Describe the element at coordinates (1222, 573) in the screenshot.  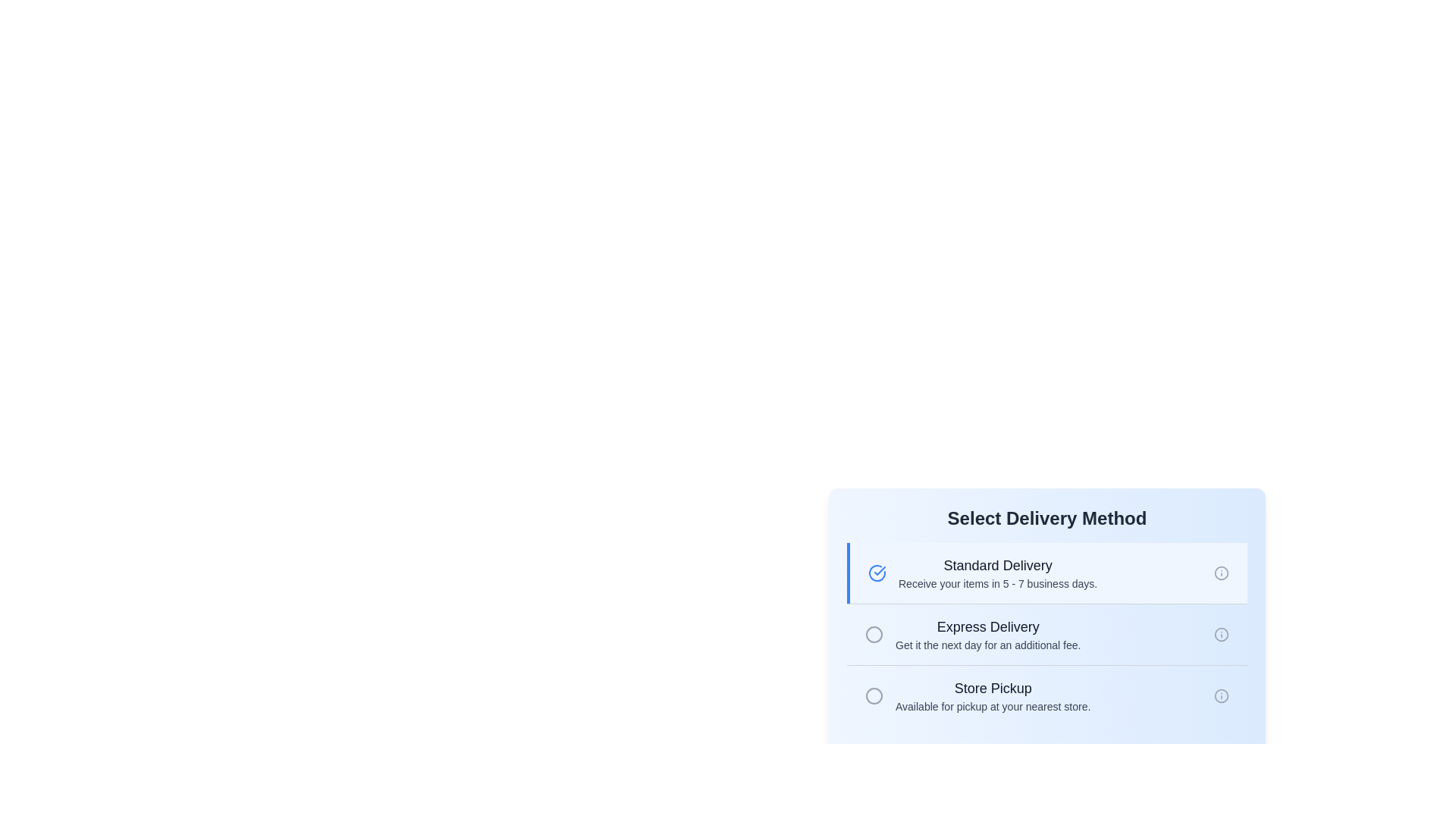
I see `the SVG Info Icon, which is a hollow circle with an exclamation mark, located in the top-right region of the 'Standard Delivery' card under 'Select Delivery Method'` at that location.